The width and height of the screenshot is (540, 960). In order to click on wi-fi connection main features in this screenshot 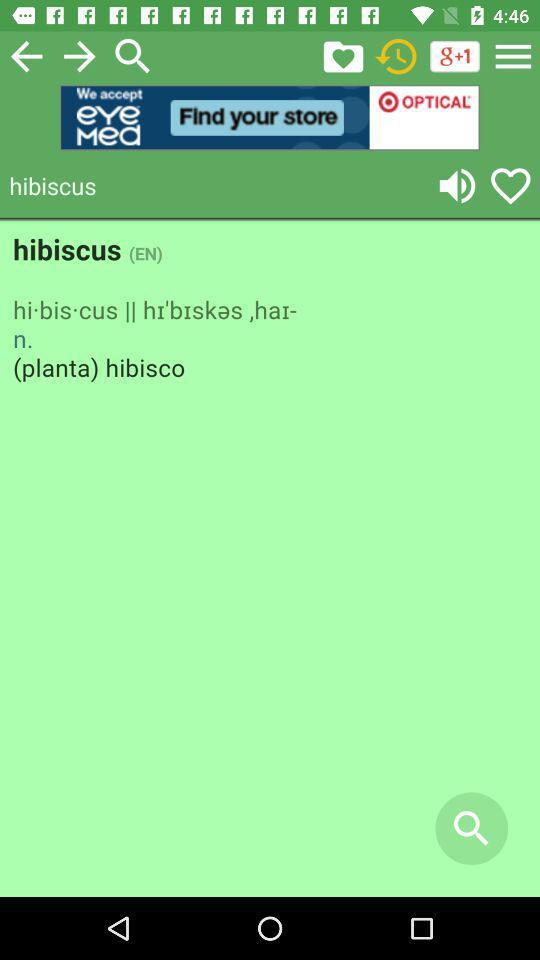, I will do `click(396, 55)`.